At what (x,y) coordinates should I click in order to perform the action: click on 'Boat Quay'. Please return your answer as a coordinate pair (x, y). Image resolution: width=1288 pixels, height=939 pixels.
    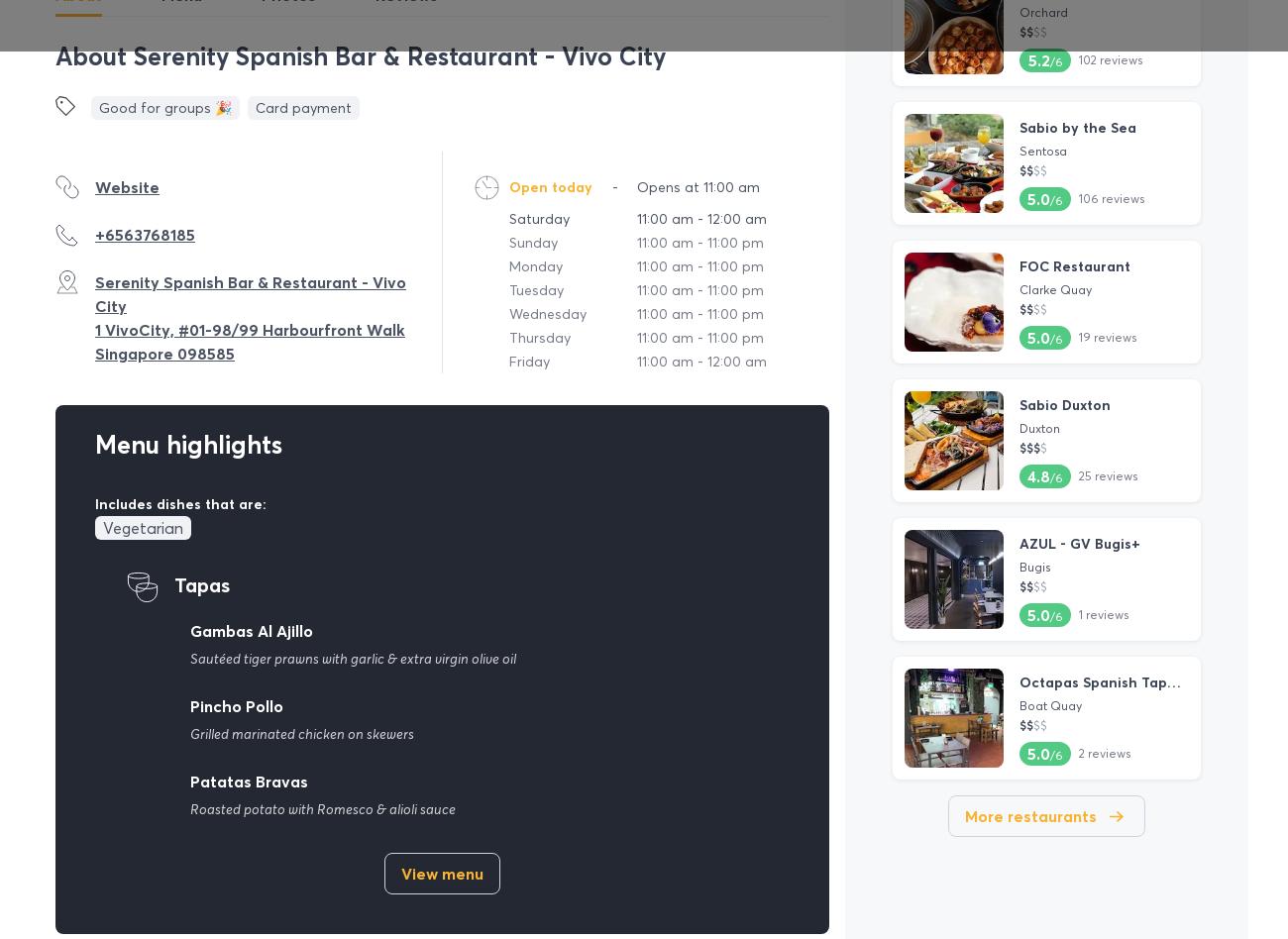
    Looking at the image, I should click on (1018, 704).